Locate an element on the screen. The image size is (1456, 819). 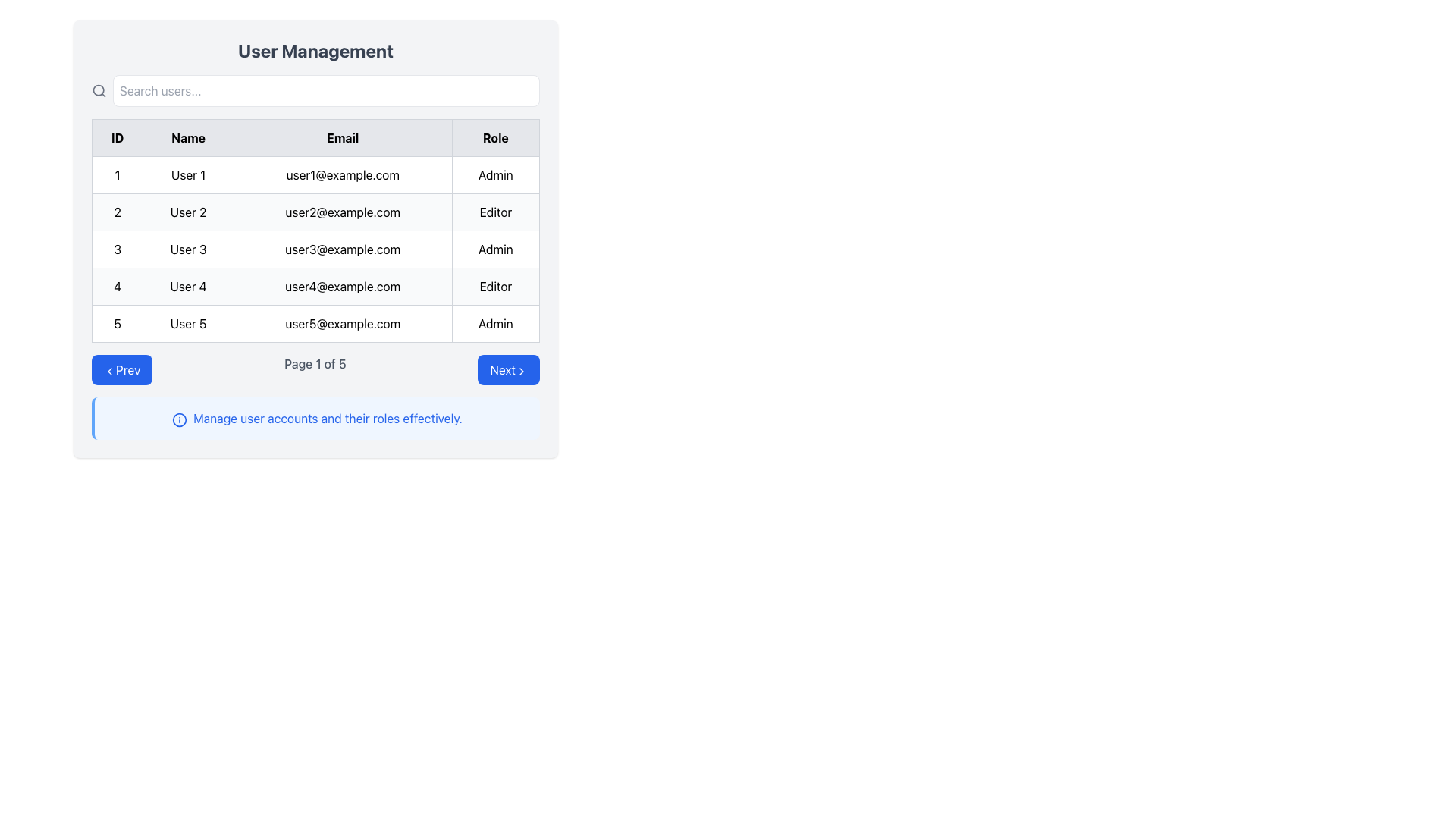
the static text label displaying the ID number for 'User 4' in the first cell of the fourth row of the user management table is located at coordinates (117, 287).